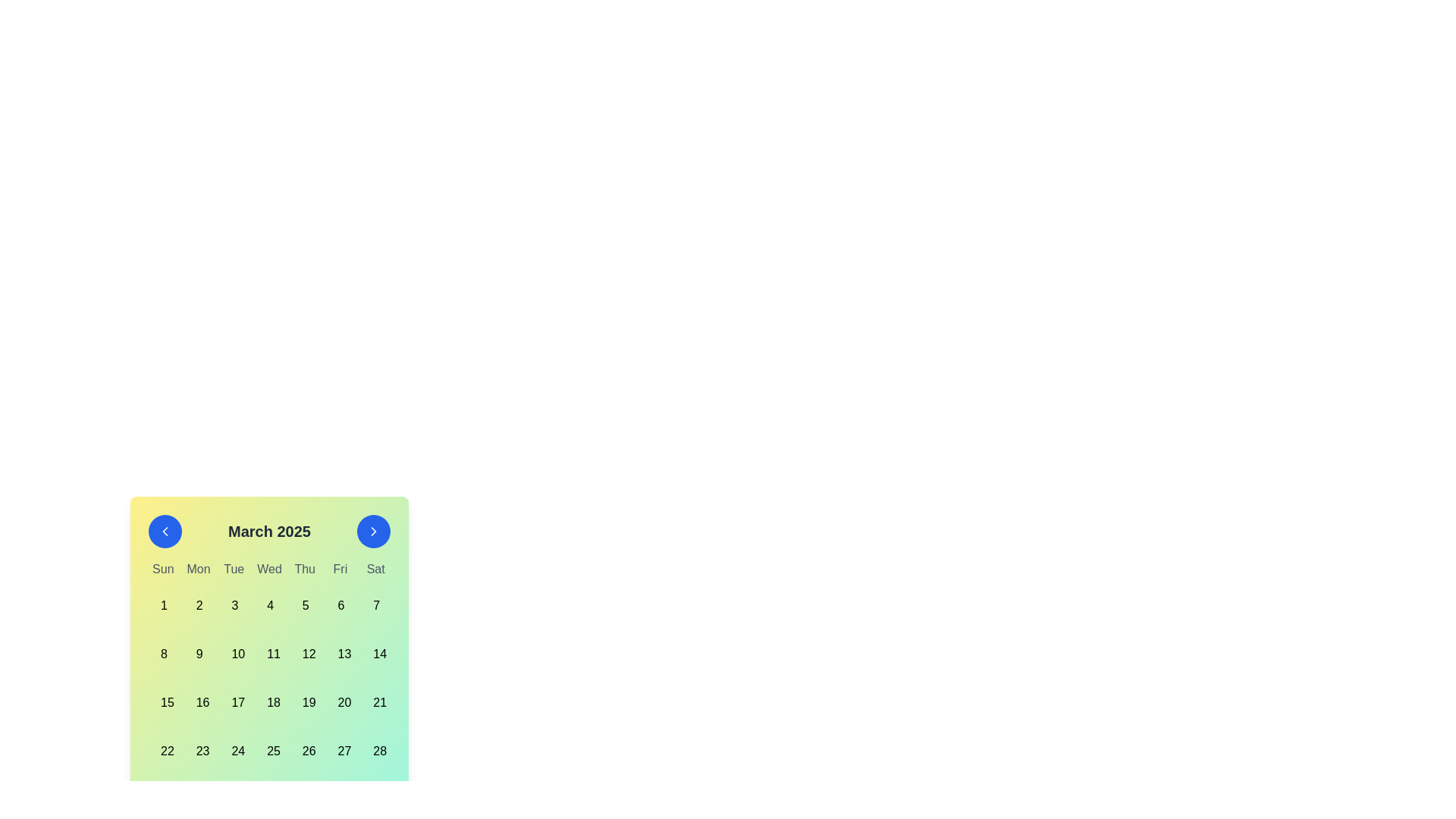 The width and height of the screenshot is (1456, 819). I want to click on the calendar date cell representing the 25th day of the month, located in the bottom row under the 'Tue' column, so click(269, 752).